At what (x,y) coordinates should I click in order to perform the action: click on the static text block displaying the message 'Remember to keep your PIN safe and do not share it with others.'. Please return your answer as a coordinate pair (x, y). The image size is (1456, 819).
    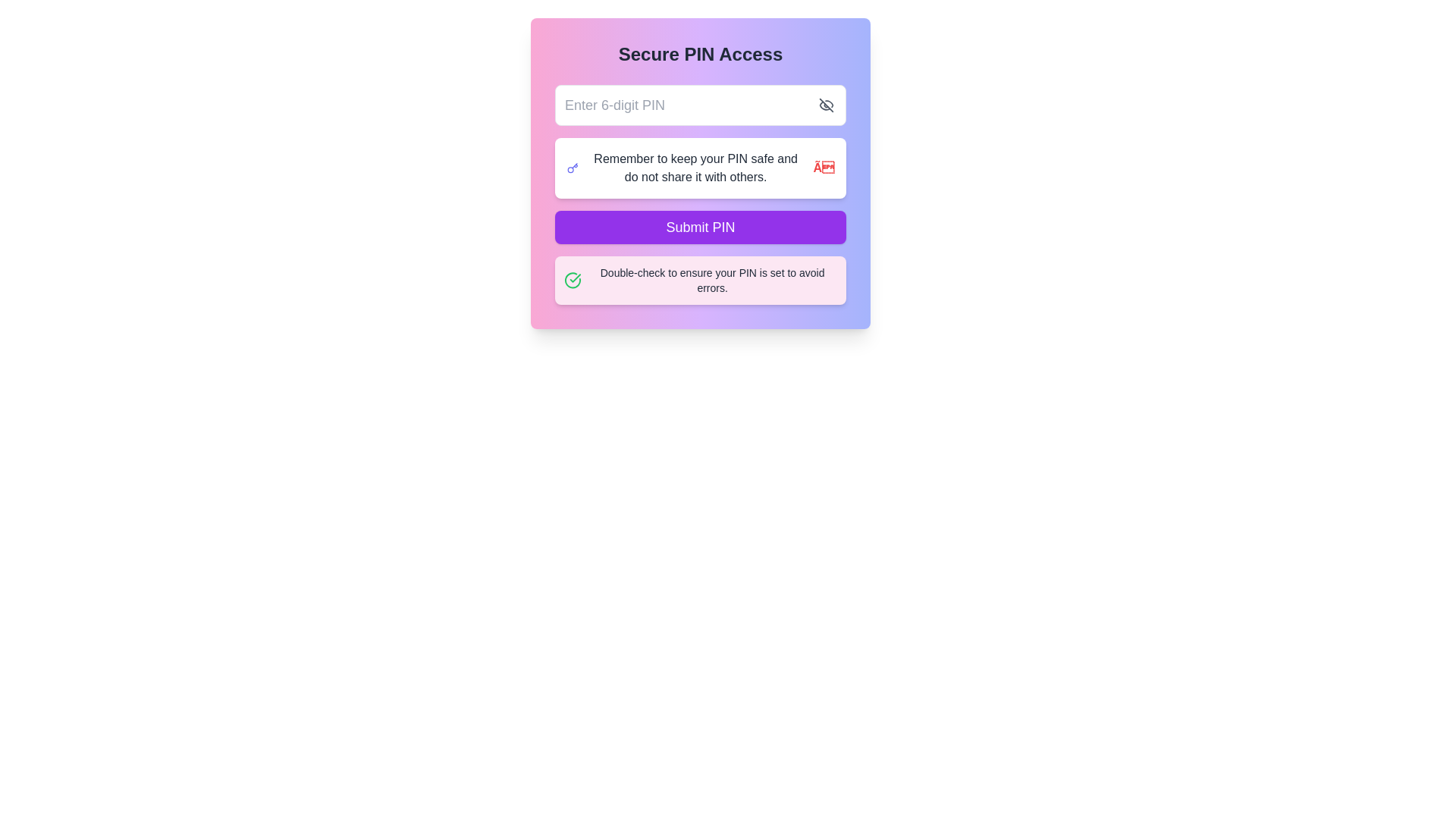
    Looking at the image, I should click on (695, 168).